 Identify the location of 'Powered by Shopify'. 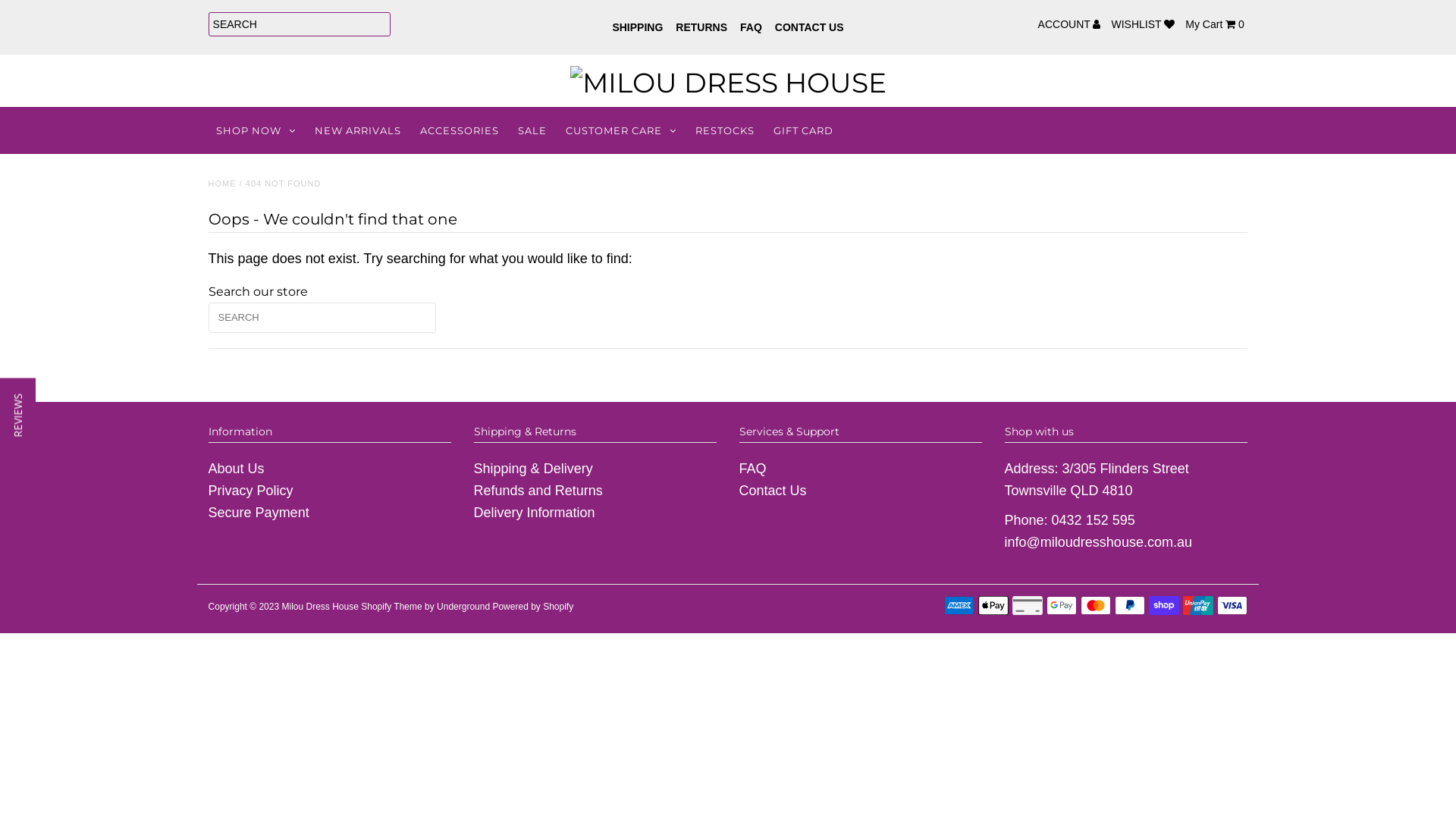
(532, 605).